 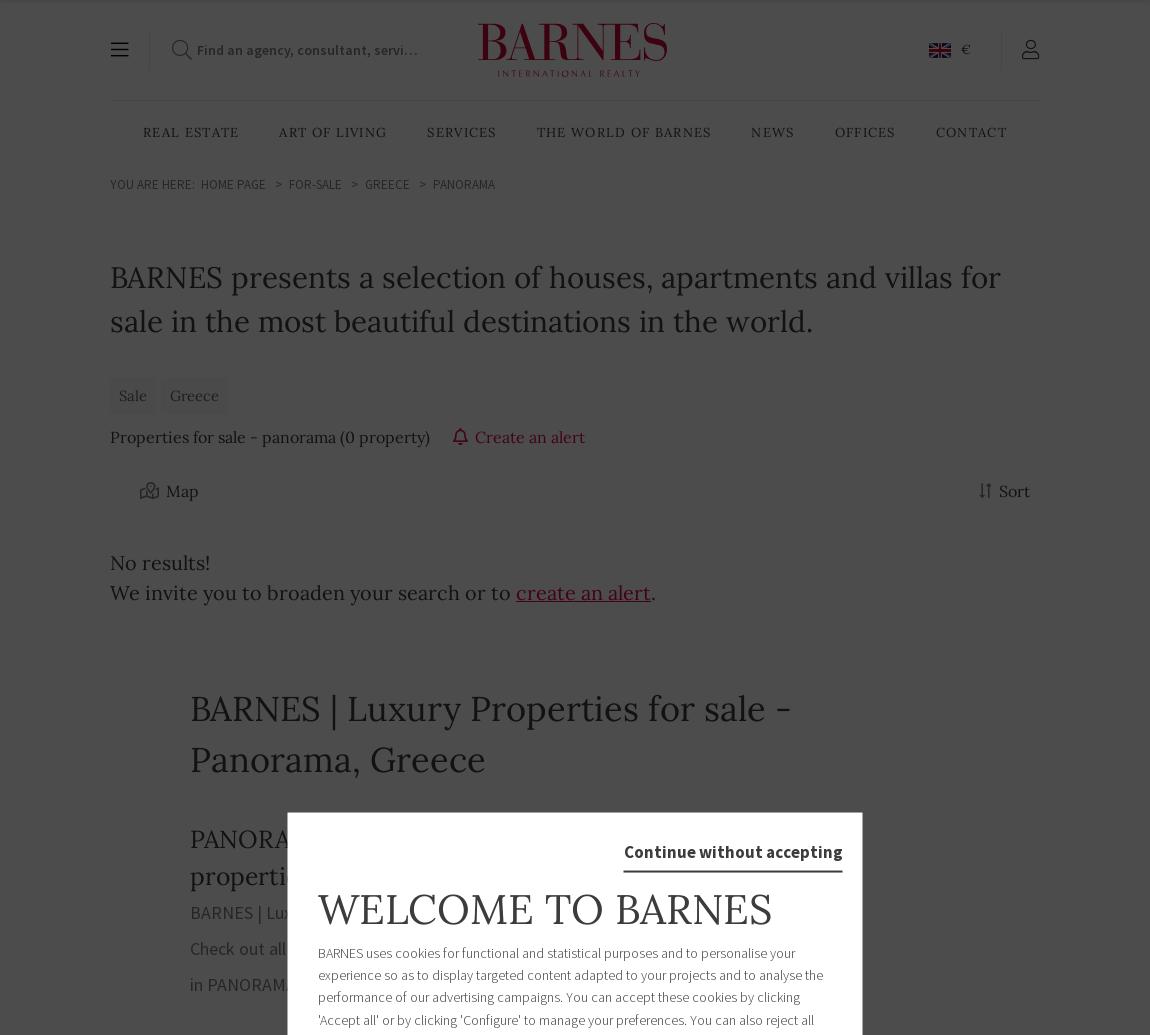 I want to click on 'Our publications', so click(x=602, y=277).